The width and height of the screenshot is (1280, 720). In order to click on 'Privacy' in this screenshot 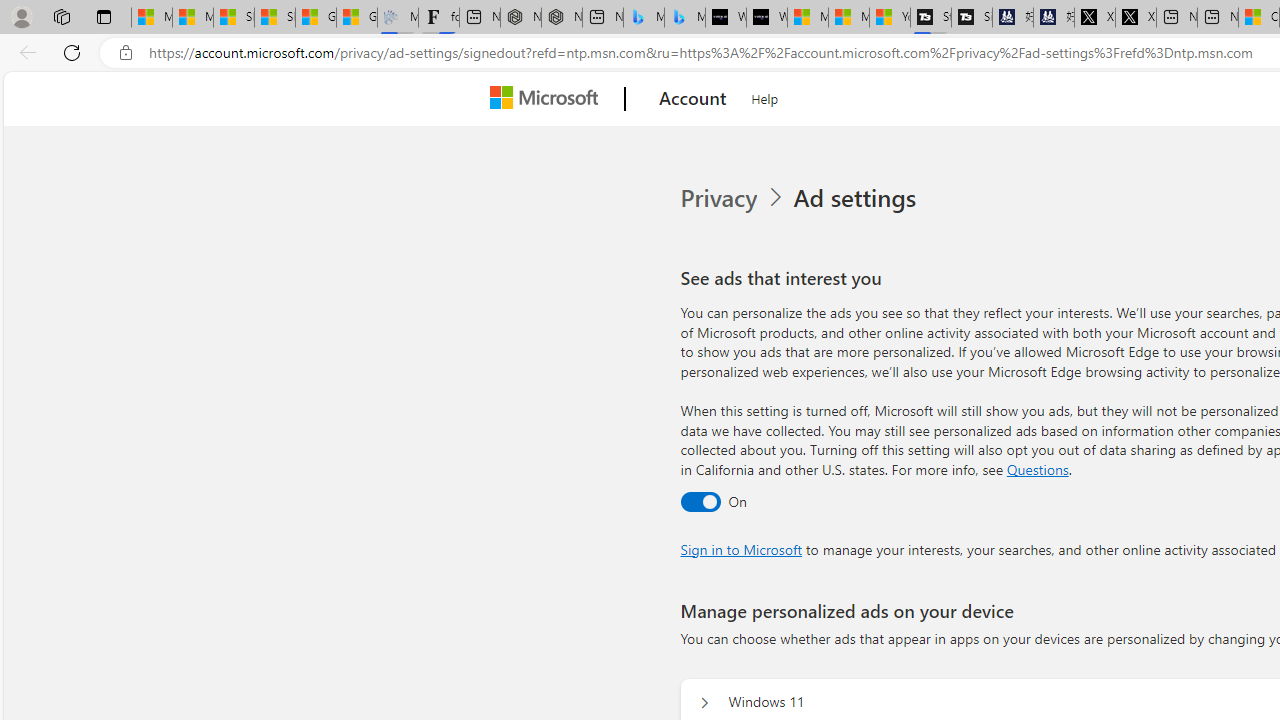, I will do `click(720, 198)`.